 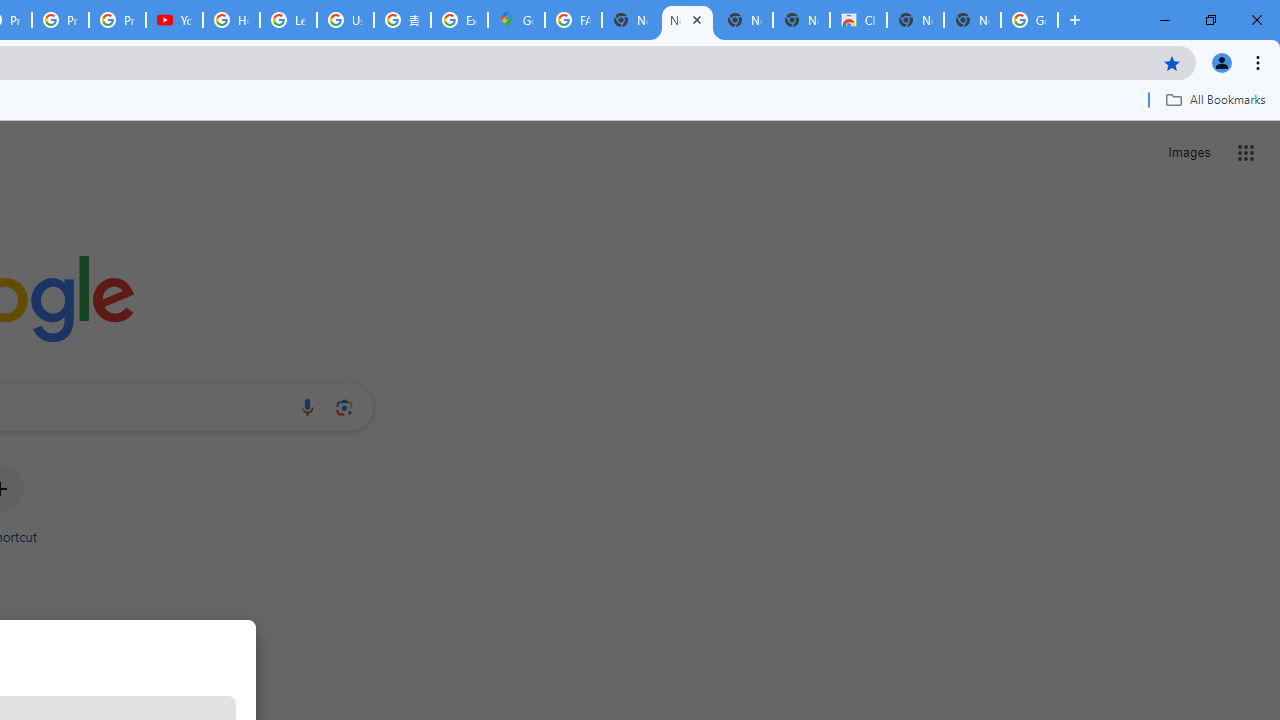 What do you see at coordinates (60, 20) in the screenshot?
I see `'Privacy Checkup'` at bounding box center [60, 20].